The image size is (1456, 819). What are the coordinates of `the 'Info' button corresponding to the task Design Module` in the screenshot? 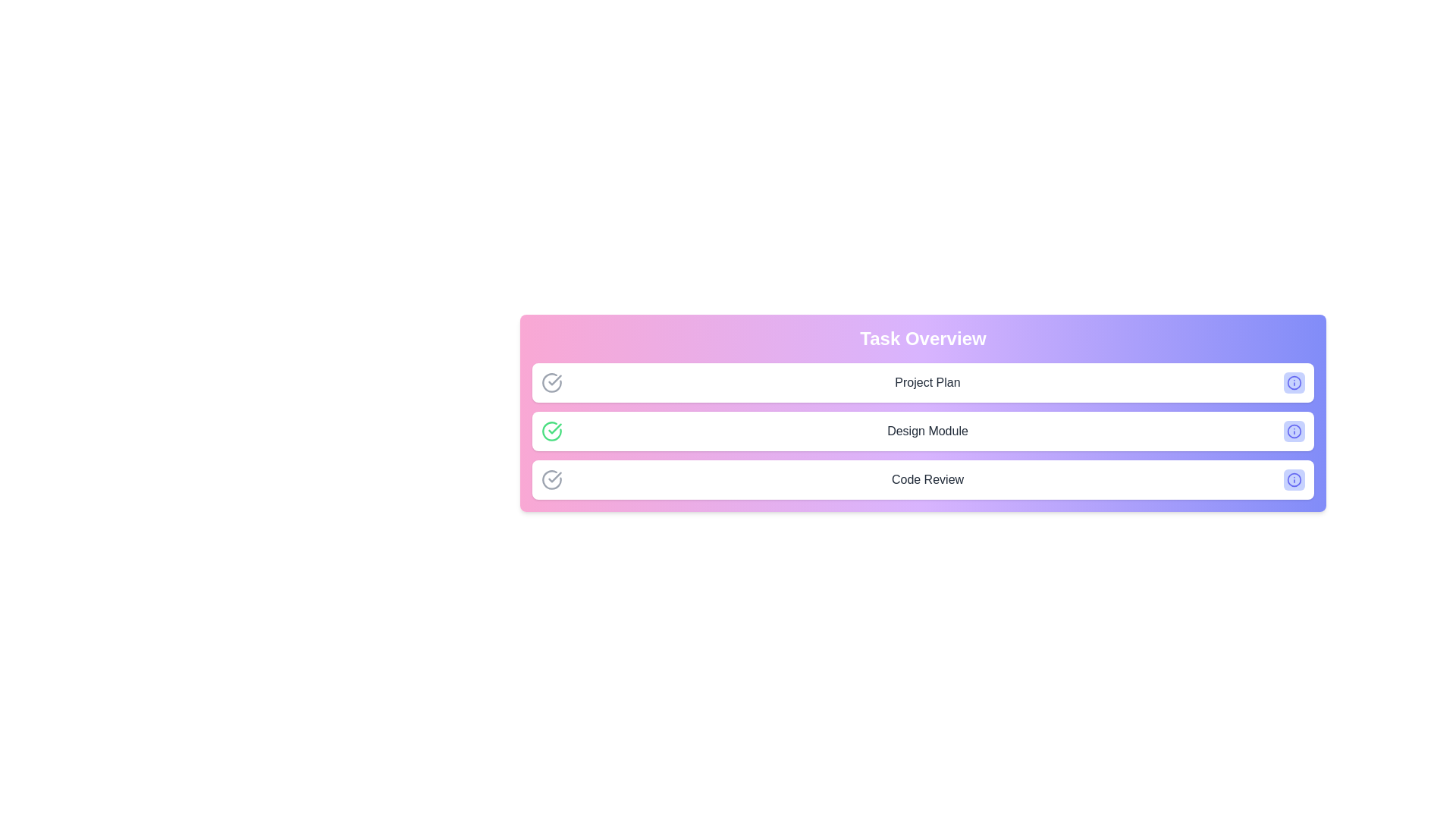 It's located at (1294, 431).